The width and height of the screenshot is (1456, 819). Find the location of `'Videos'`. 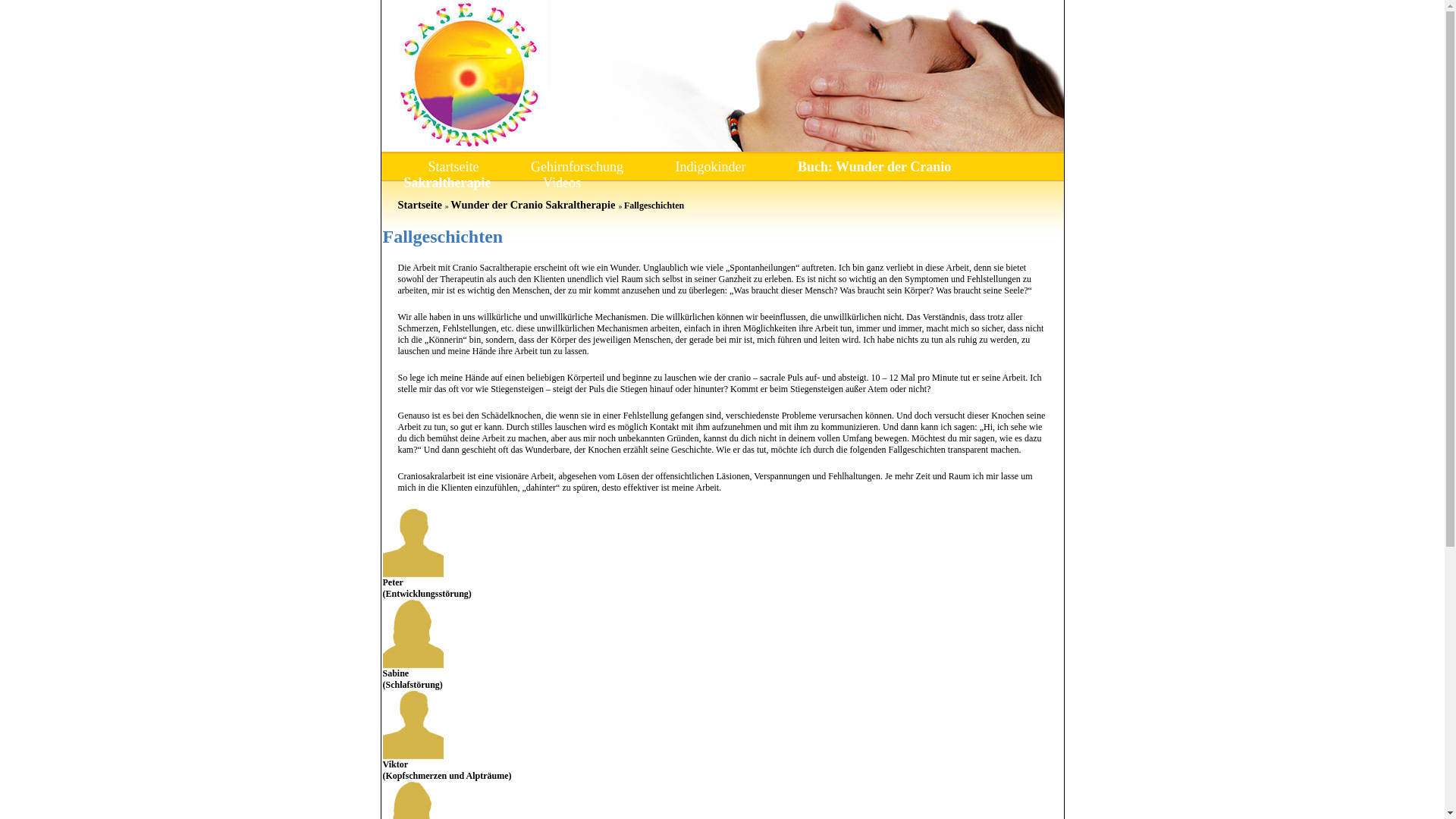

'Videos' is located at coordinates (560, 181).